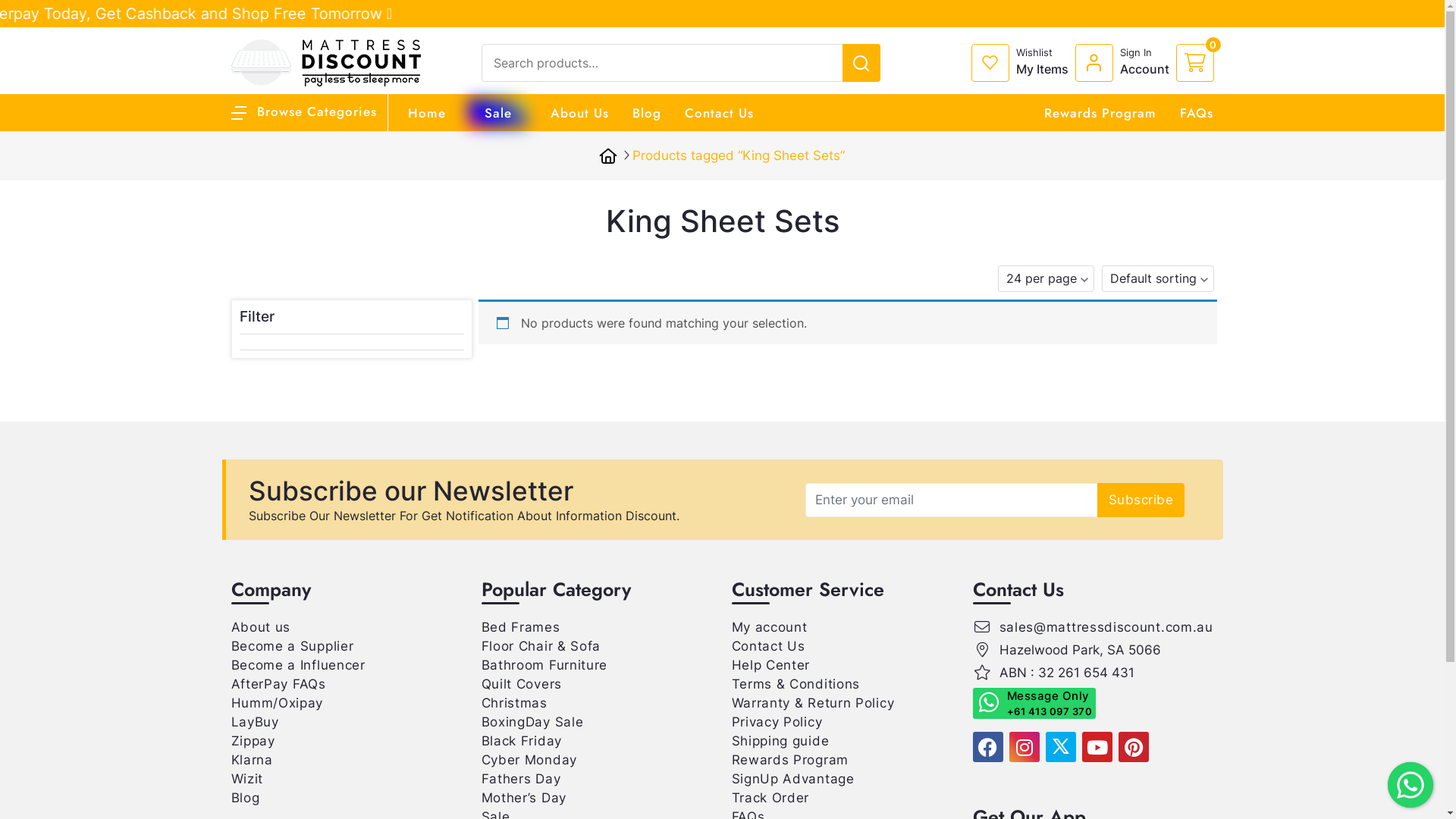  What do you see at coordinates (1022, 62) in the screenshot?
I see `'Wishlist` at bounding box center [1022, 62].